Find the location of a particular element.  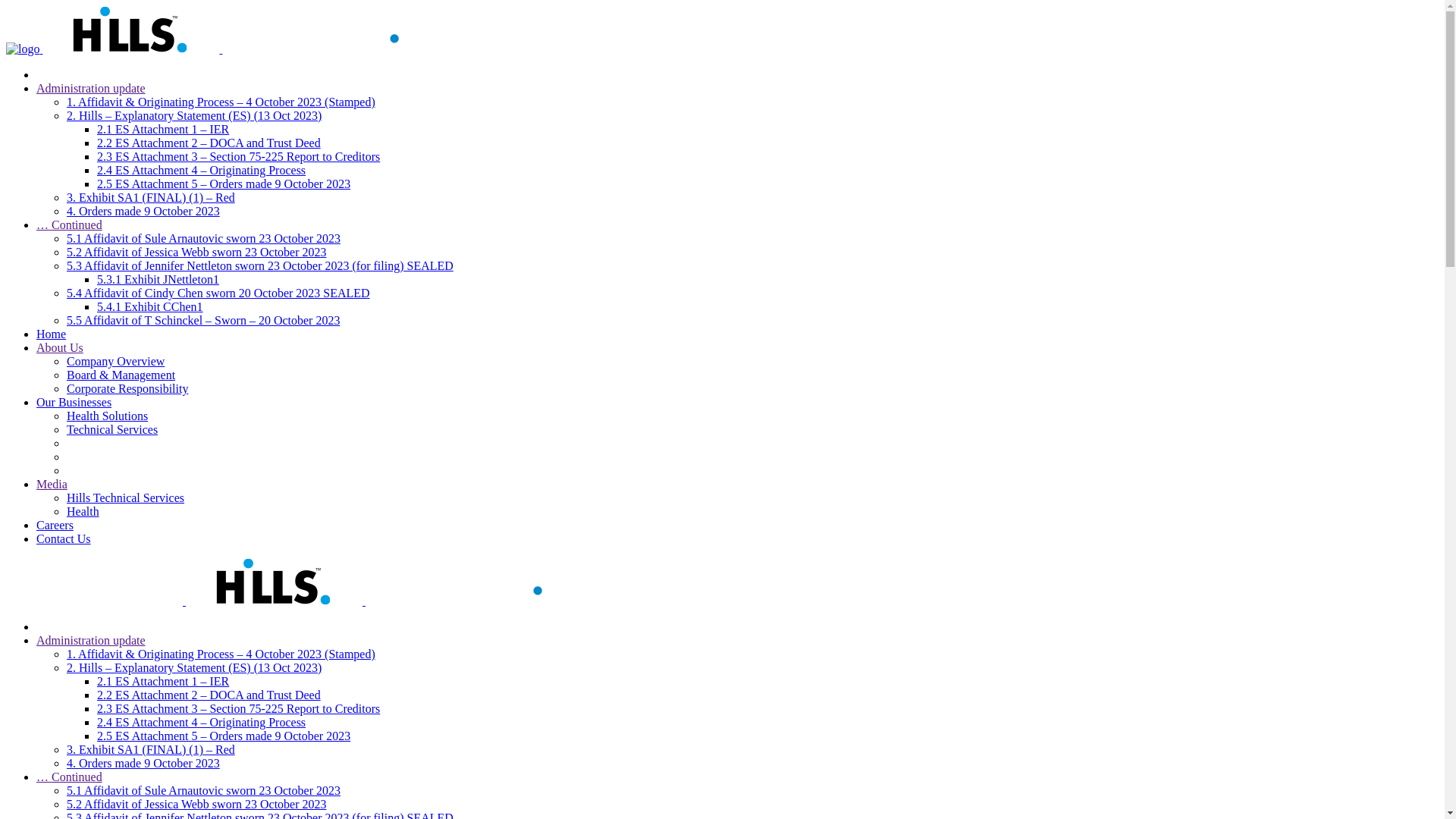

'Corporate Responsibility' is located at coordinates (127, 388).